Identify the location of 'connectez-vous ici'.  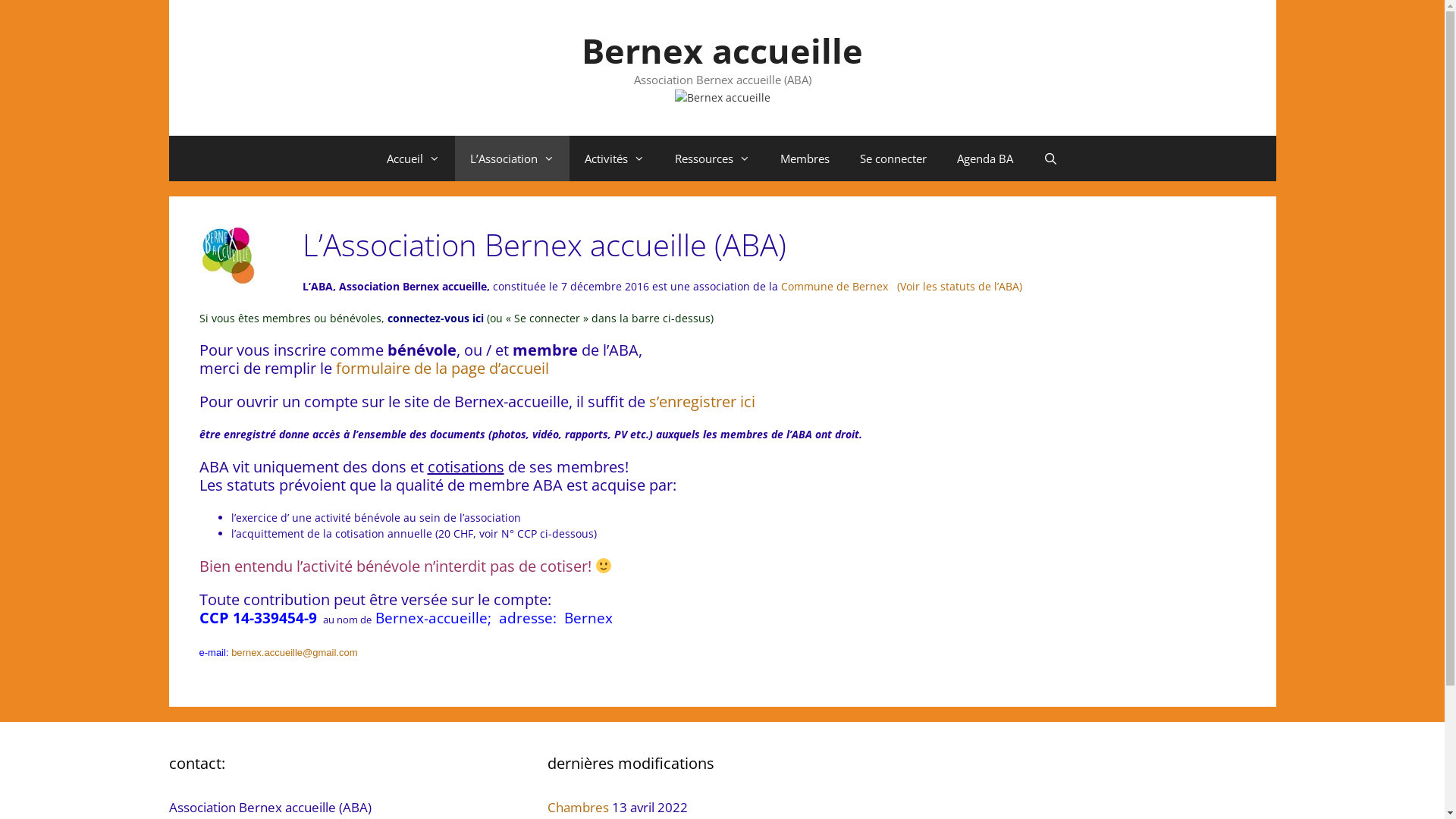
(435, 317).